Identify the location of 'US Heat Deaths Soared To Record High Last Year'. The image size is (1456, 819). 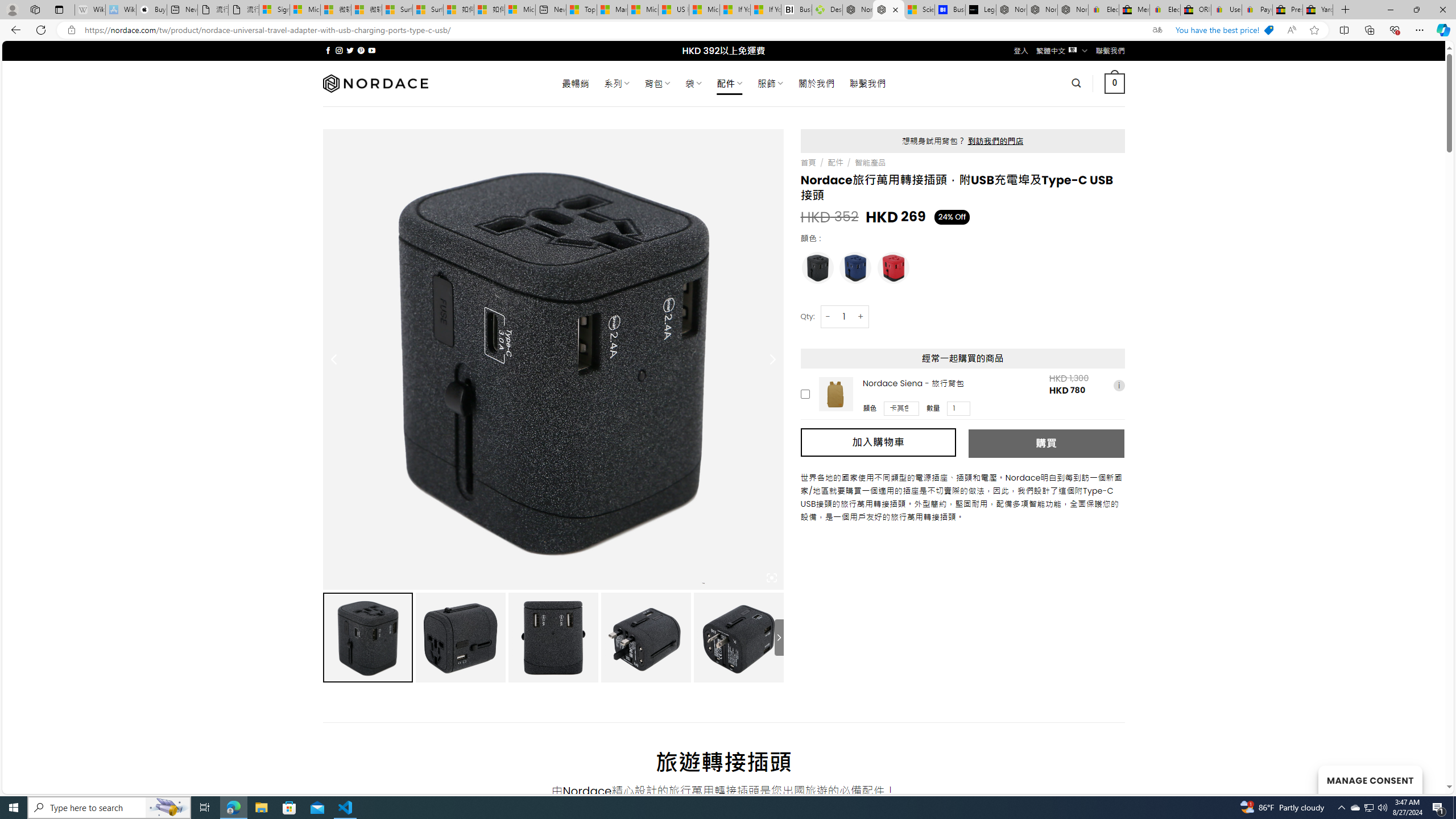
(674, 9).